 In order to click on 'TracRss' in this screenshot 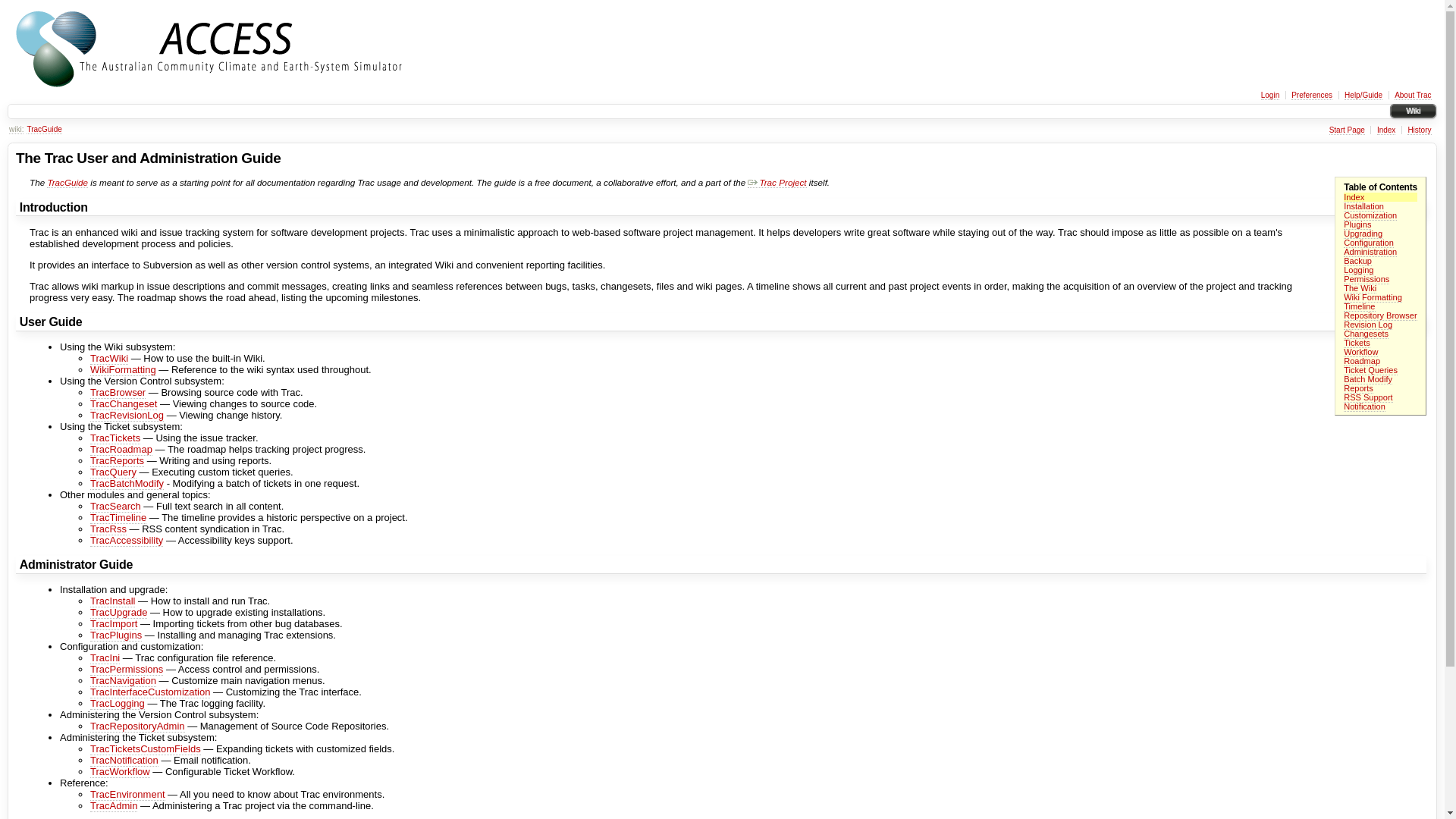, I will do `click(89, 529)`.